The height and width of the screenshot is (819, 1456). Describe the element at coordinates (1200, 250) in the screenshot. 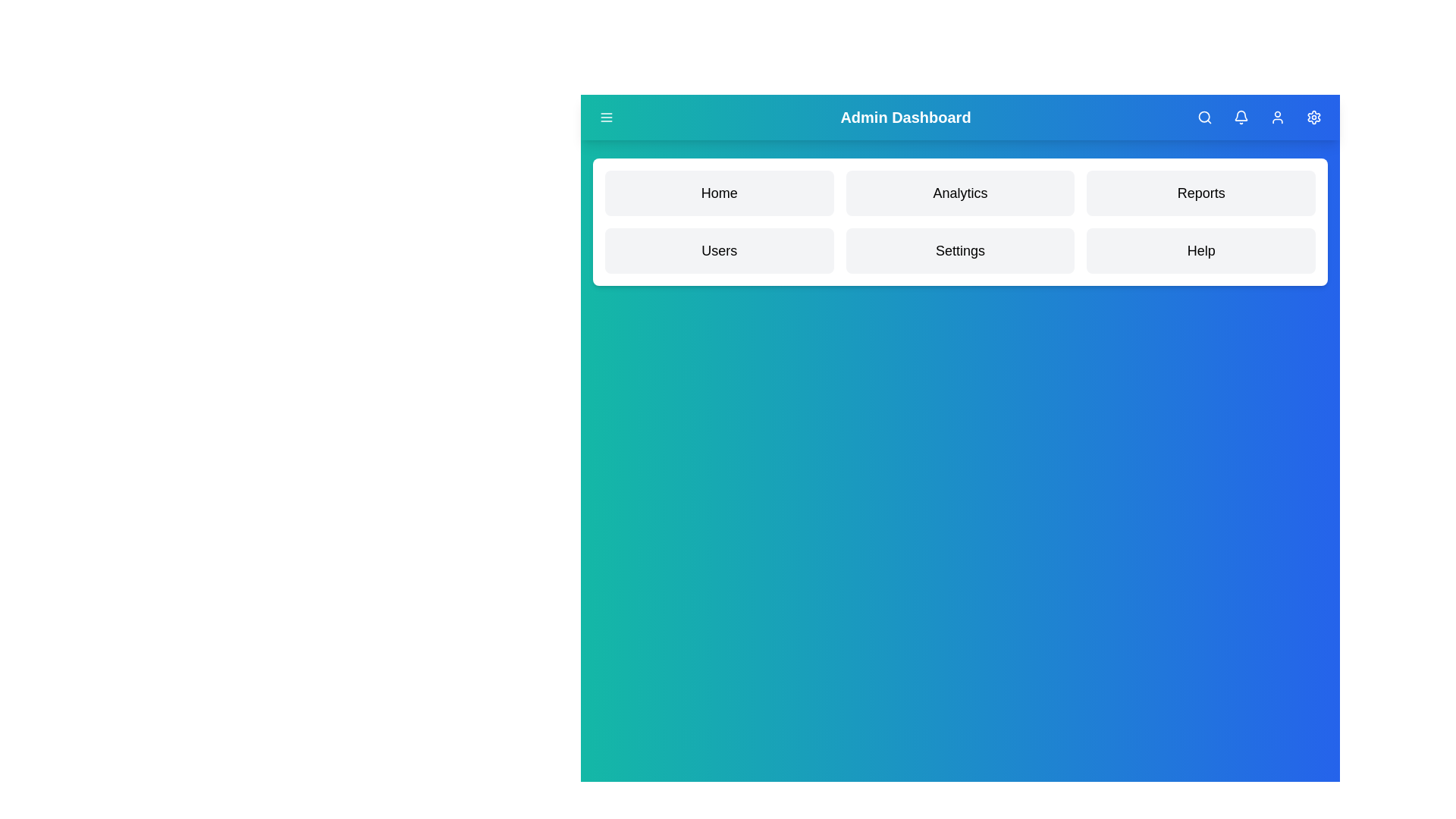

I see `the menu item Help to navigate to its section` at that location.